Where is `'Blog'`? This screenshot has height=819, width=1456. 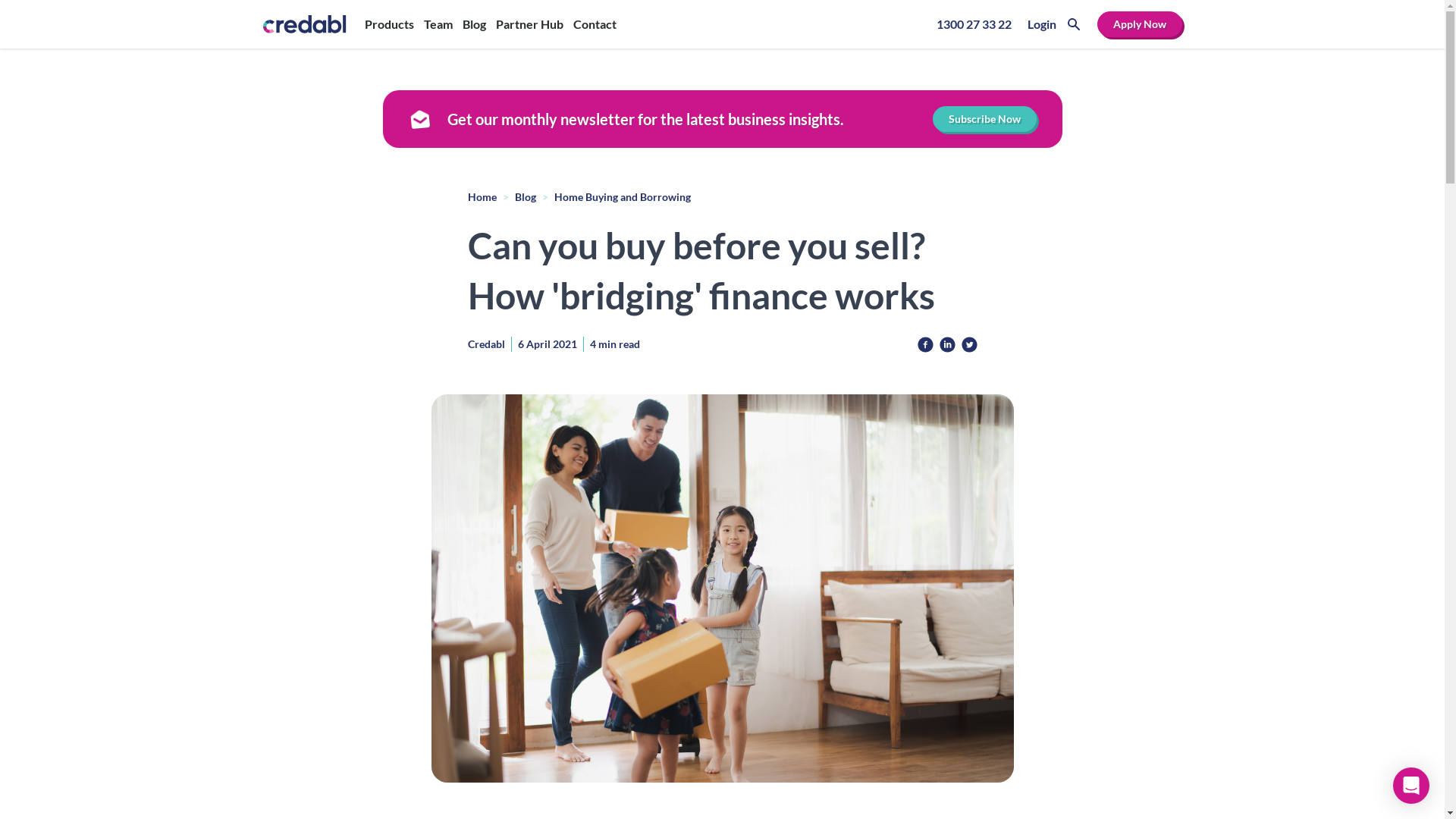
'Blog' is located at coordinates (473, 24).